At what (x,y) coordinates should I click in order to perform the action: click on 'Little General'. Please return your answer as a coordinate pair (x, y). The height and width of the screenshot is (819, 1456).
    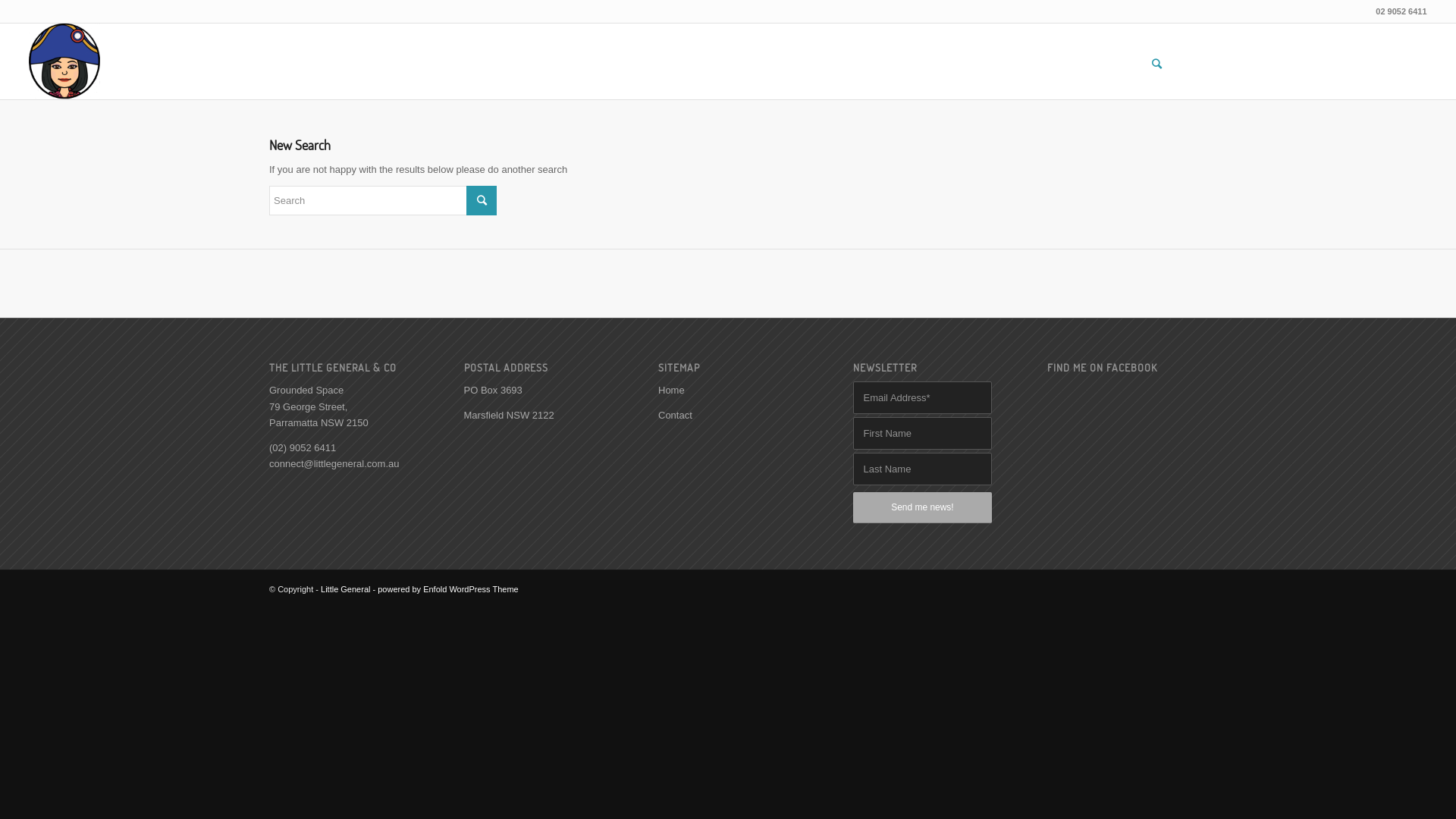
    Looking at the image, I should click on (344, 588).